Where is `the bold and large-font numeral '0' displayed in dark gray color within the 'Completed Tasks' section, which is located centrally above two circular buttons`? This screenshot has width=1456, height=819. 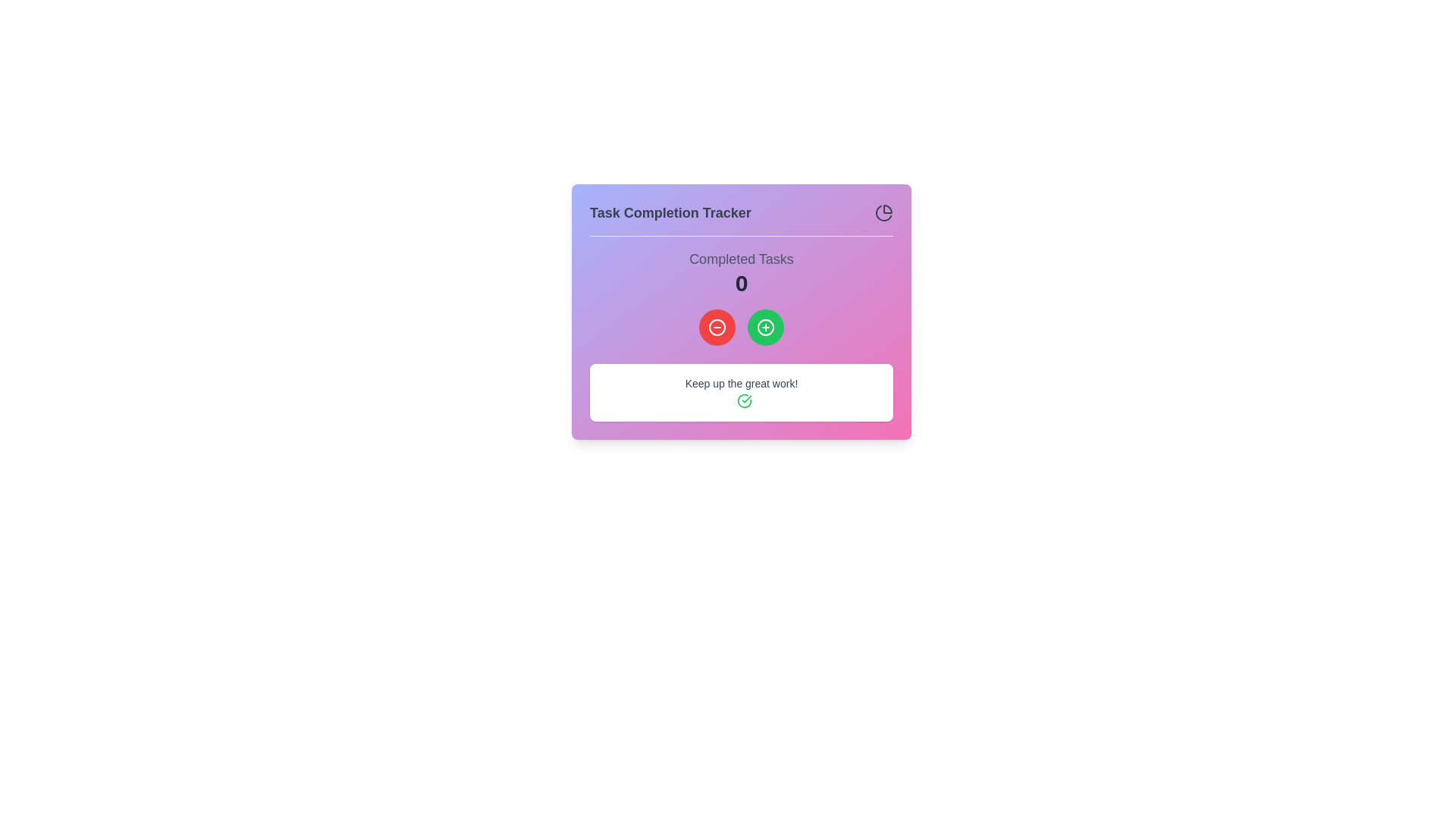
the bold and large-font numeral '0' displayed in dark gray color within the 'Completed Tasks' section, which is located centrally above two circular buttons is located at coordinates (742, 284).